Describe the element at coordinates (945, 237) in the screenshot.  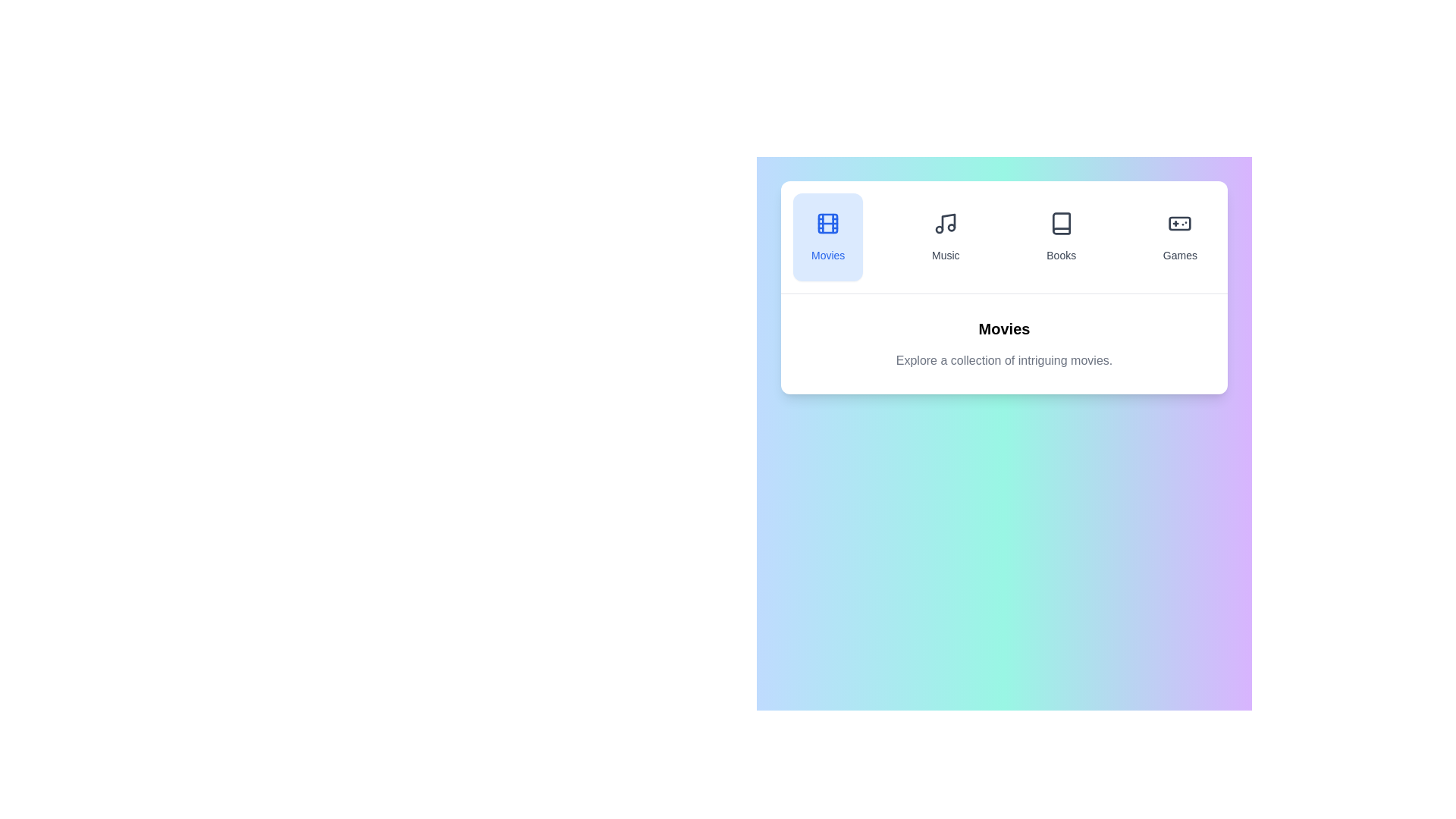
I see `the Music tab to switch to the respective entertainment category` at that location.